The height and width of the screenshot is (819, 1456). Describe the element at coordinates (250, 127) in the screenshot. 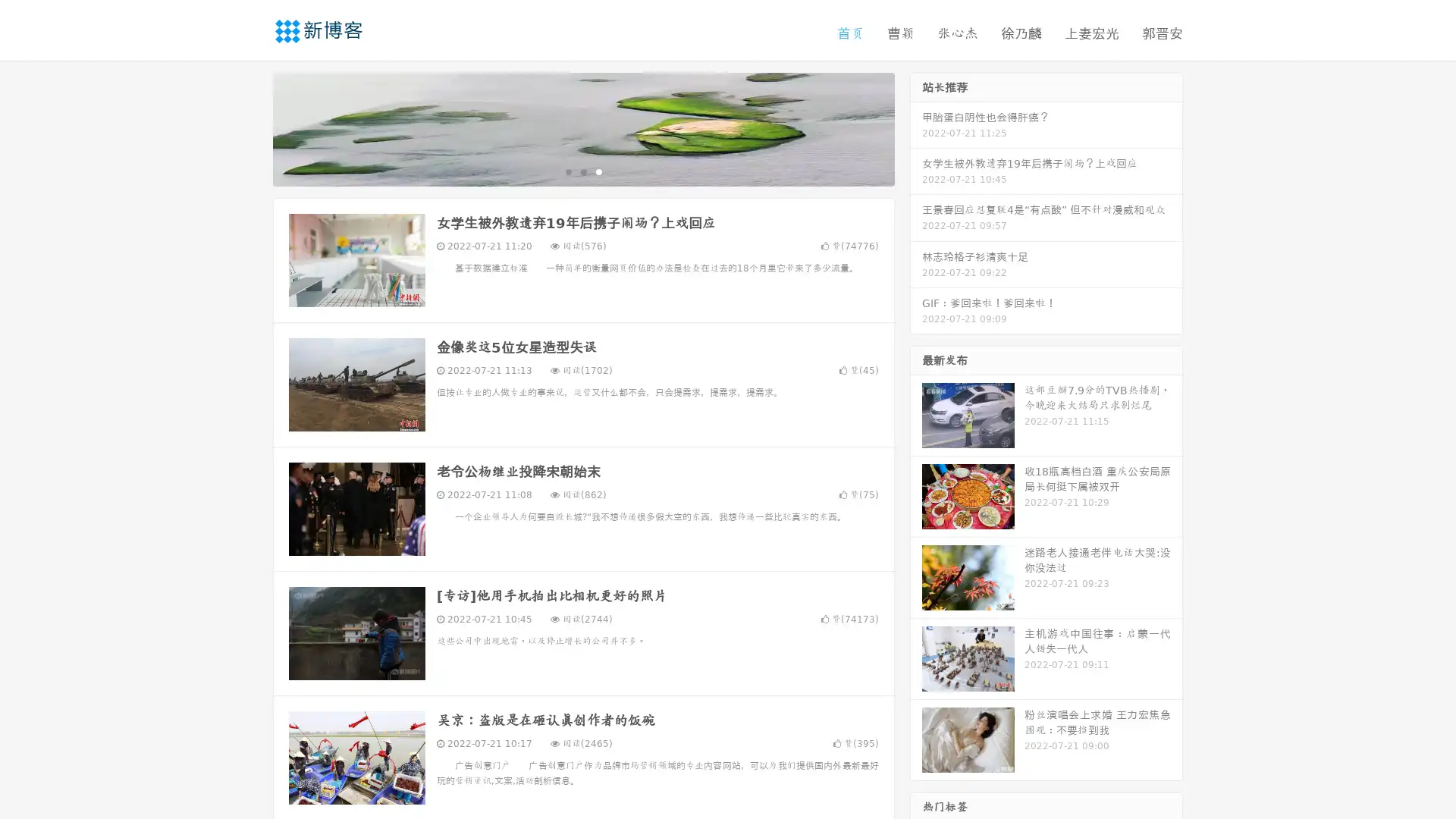

I see `Previous slide` at that location.